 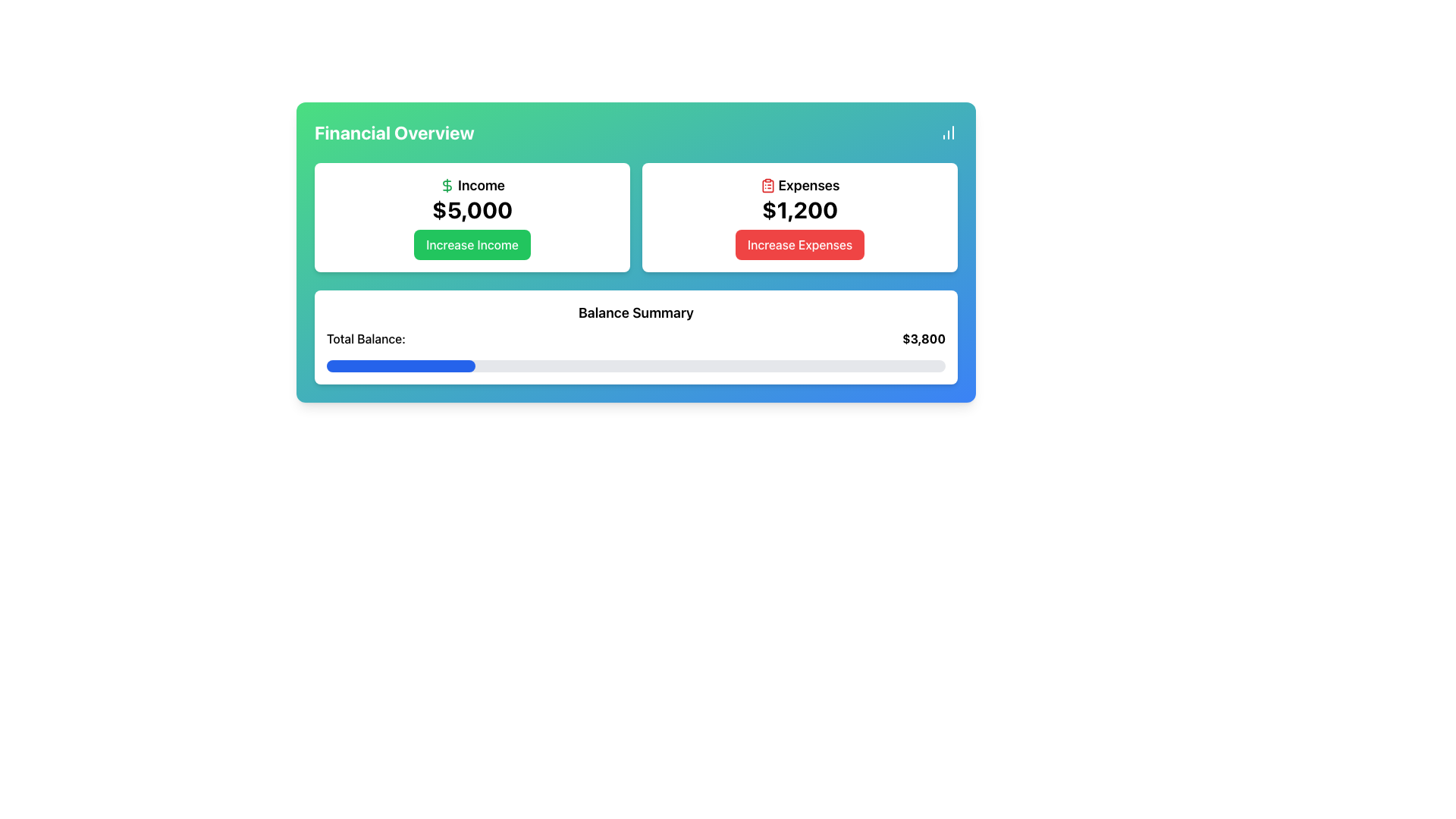 I want to click on the button located in the 'Income' section of the financial overview card, positioned directly below the income value ('$5,000') and the 'Income' label, to observe a hover effect, so click(x=472, y=244).